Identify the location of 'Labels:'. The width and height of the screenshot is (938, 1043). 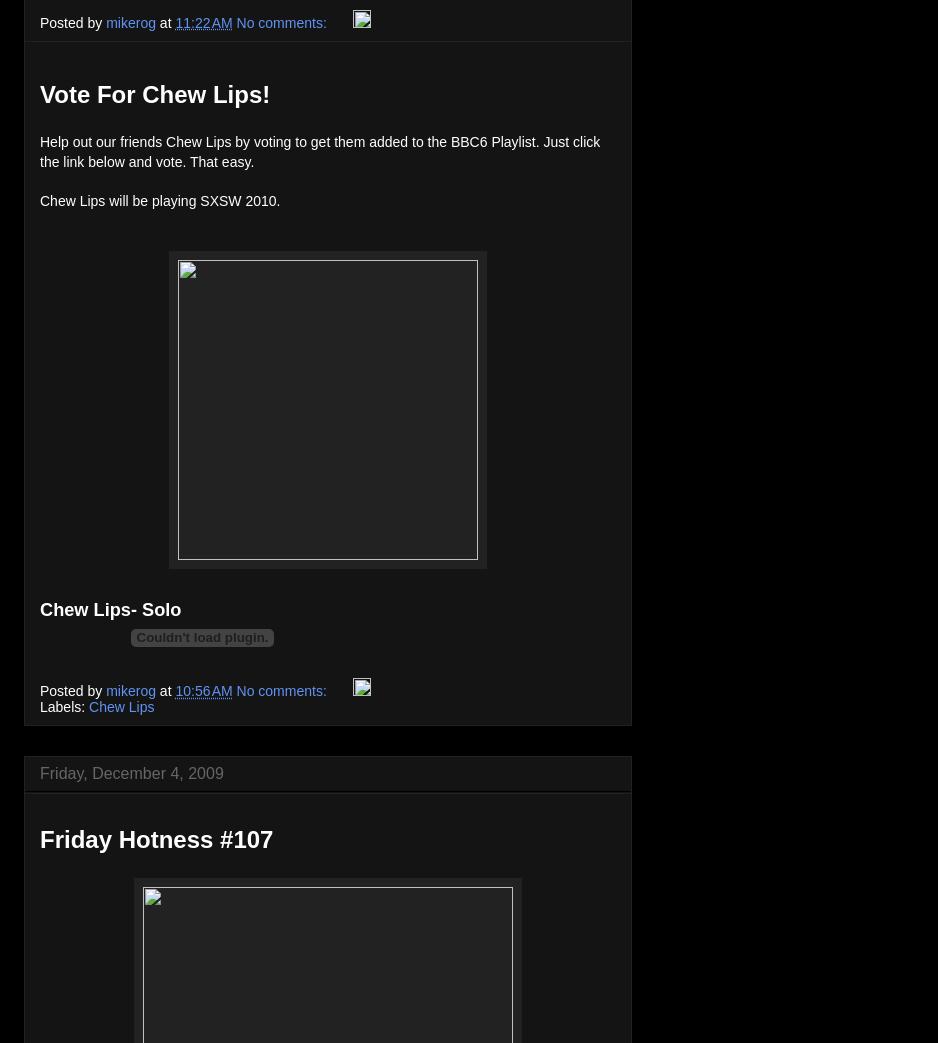
(63, 707).